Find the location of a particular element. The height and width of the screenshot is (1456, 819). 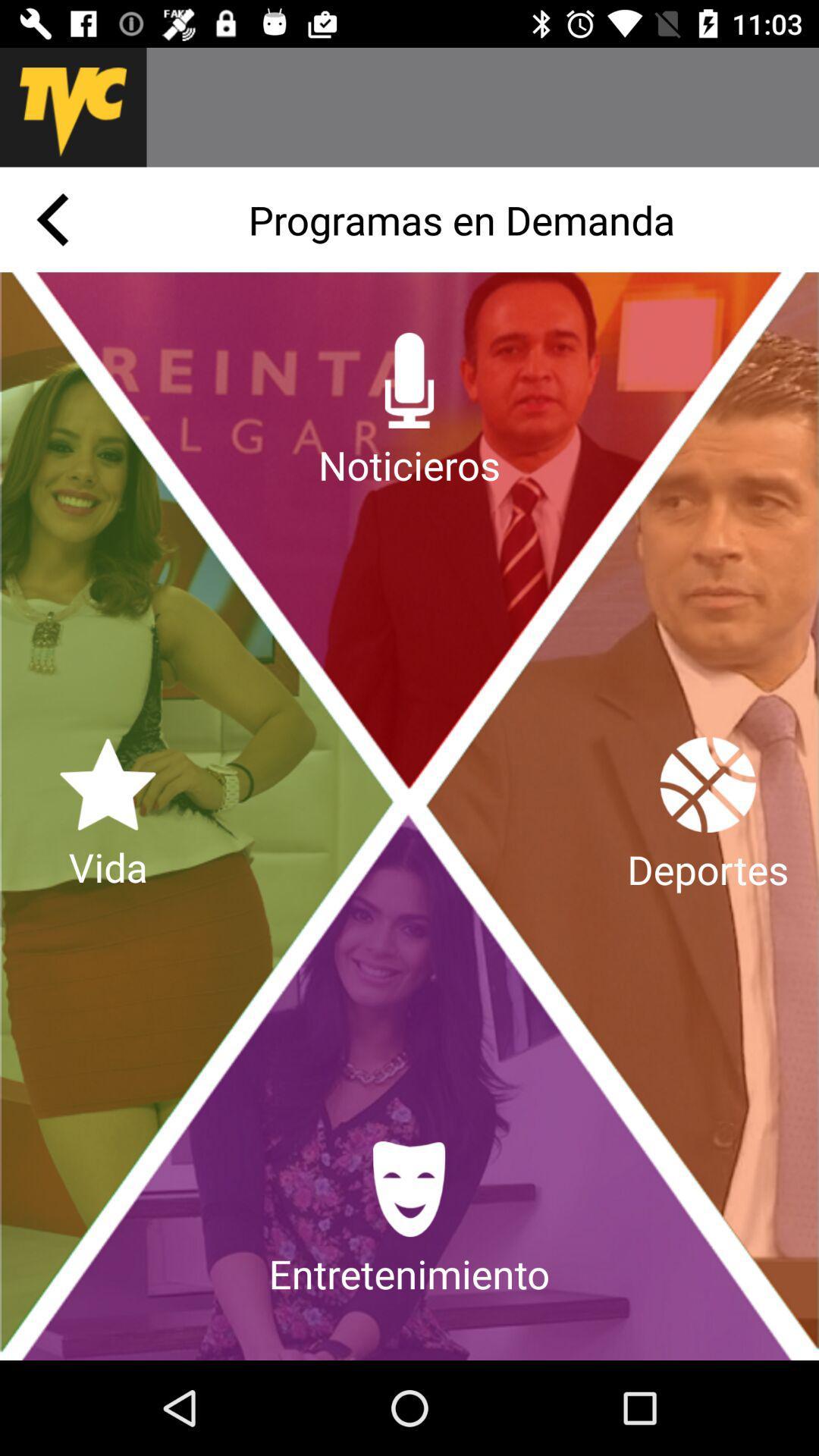

item to the right of the vida icon is located at coordinates (708, 815).